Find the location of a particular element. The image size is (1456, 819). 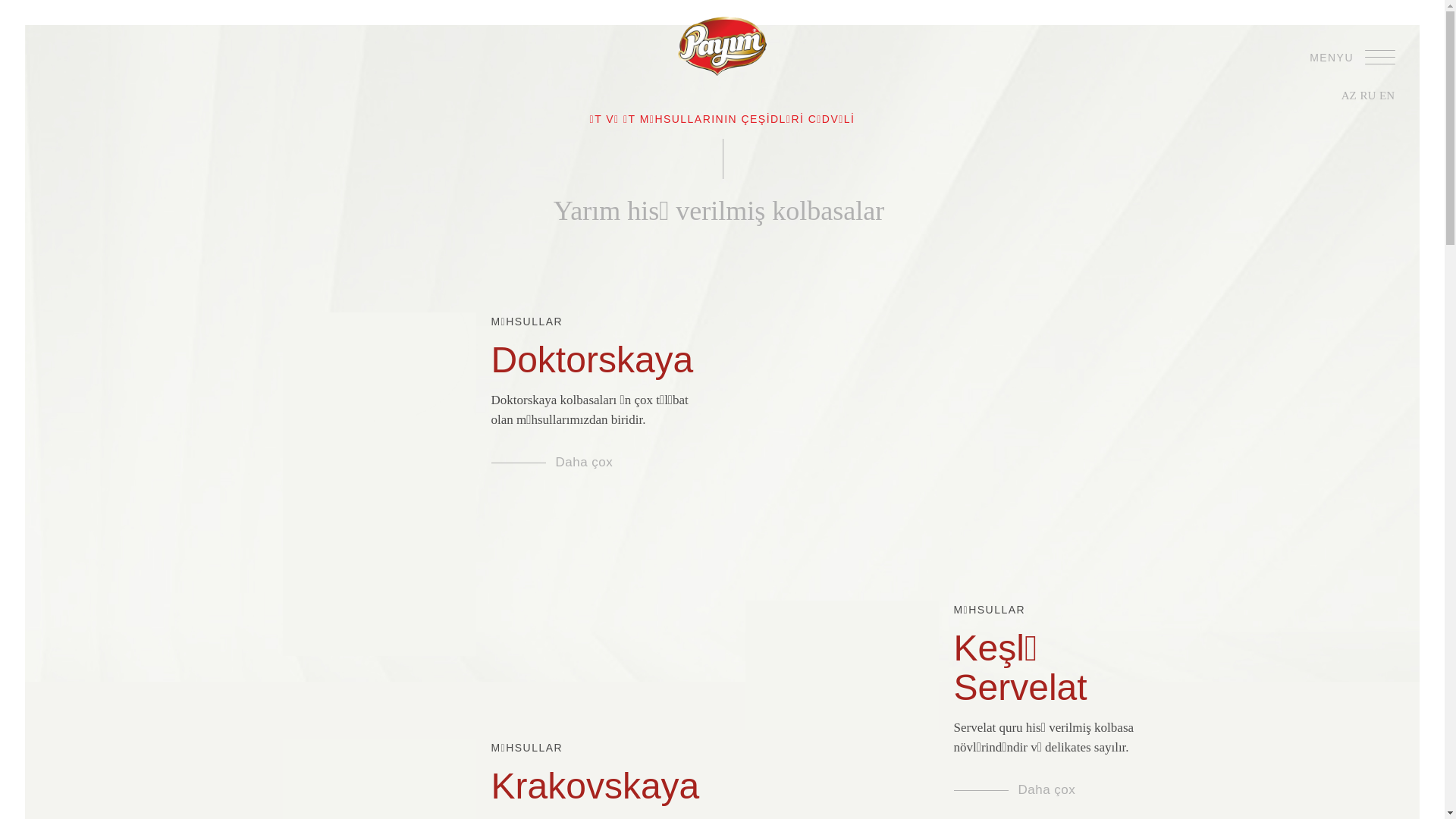

'AZ' is located at coordinates (1349, 96).